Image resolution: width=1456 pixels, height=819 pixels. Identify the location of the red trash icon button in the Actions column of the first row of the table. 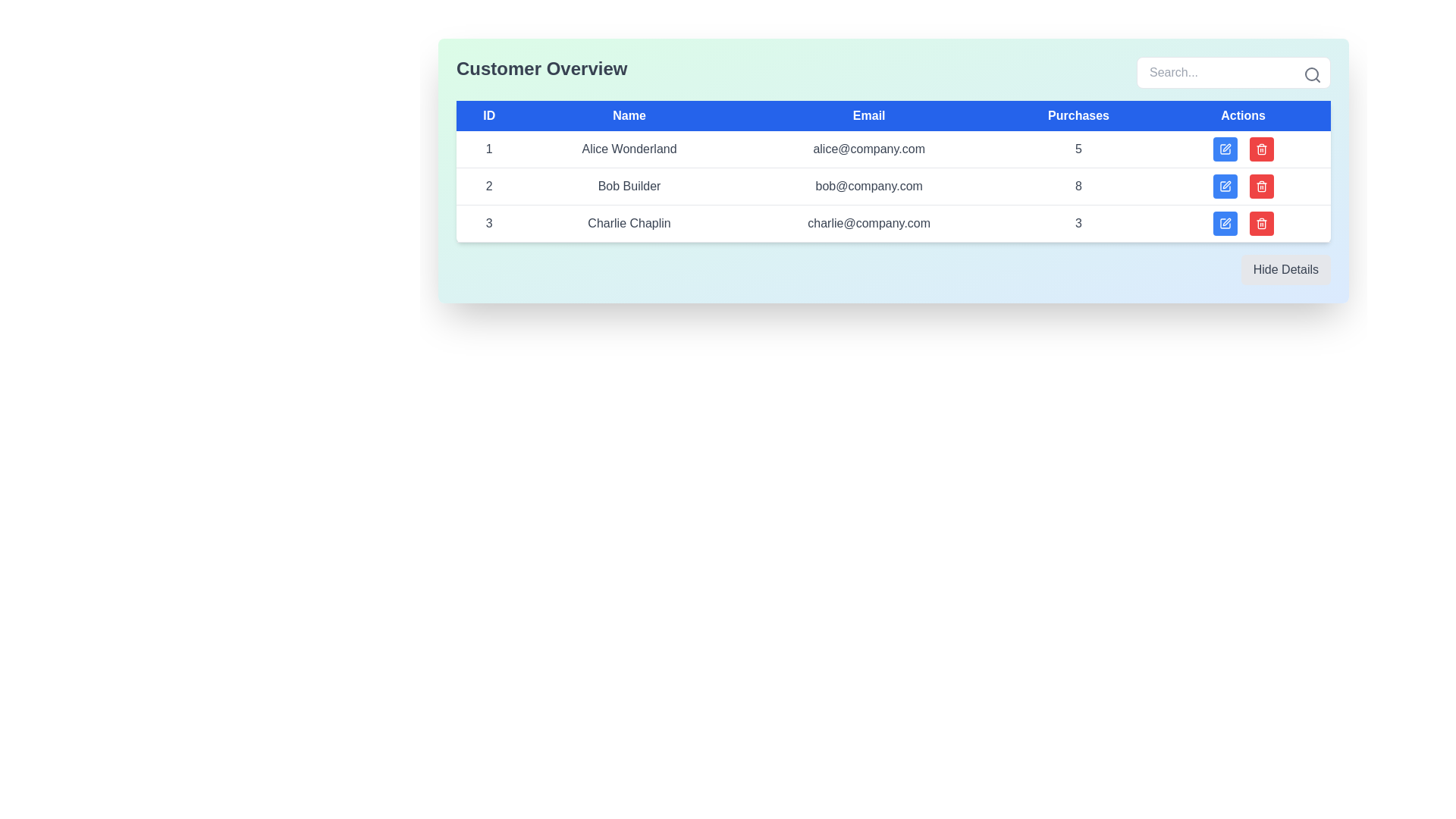
(1261, 149).